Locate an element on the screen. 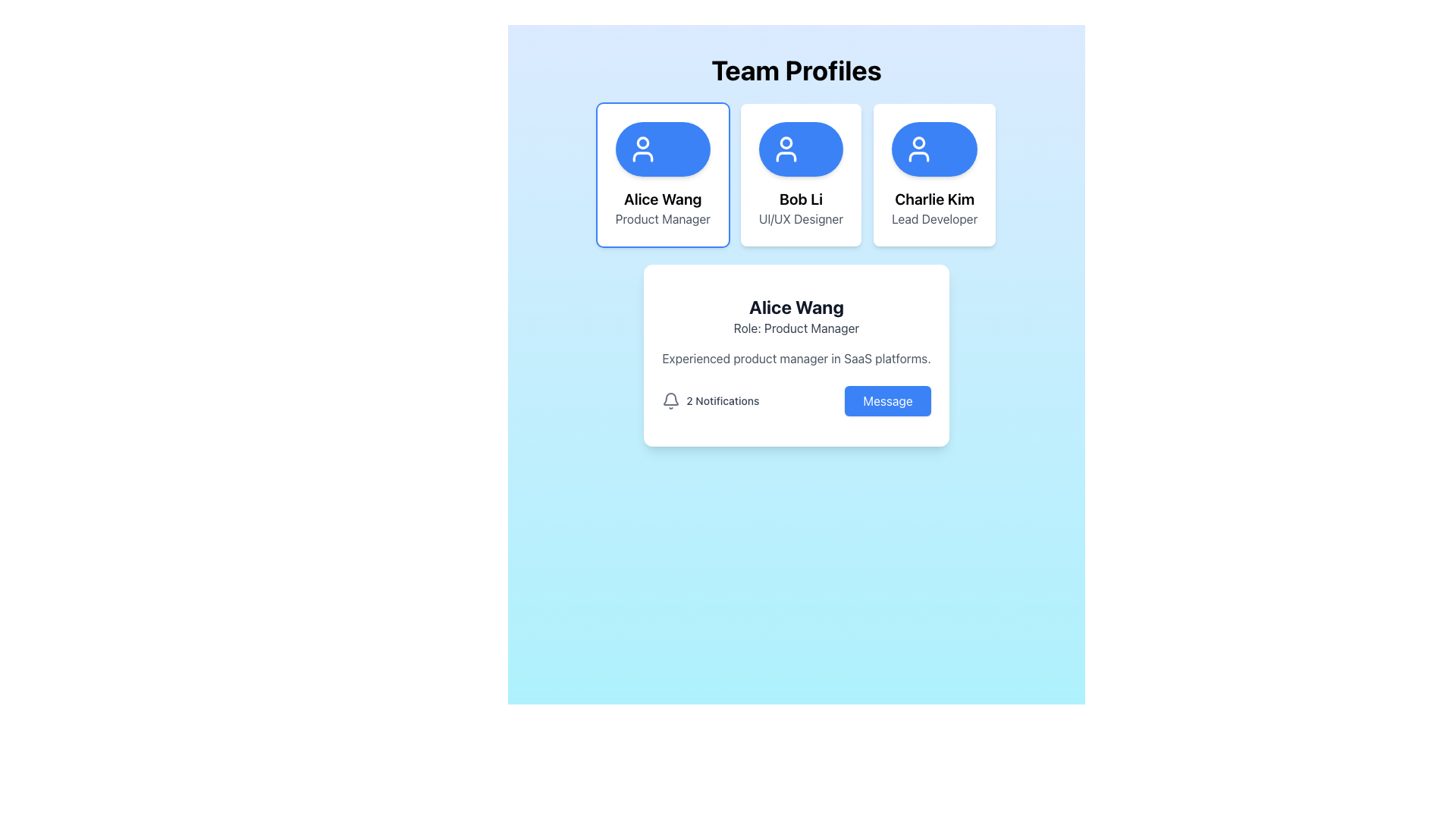 This screenshot has width=1456, height=819. the user icon representing 'Bob Li', which is a white line drawing of a person against a blue circular background is located at coordinates (786, 149).